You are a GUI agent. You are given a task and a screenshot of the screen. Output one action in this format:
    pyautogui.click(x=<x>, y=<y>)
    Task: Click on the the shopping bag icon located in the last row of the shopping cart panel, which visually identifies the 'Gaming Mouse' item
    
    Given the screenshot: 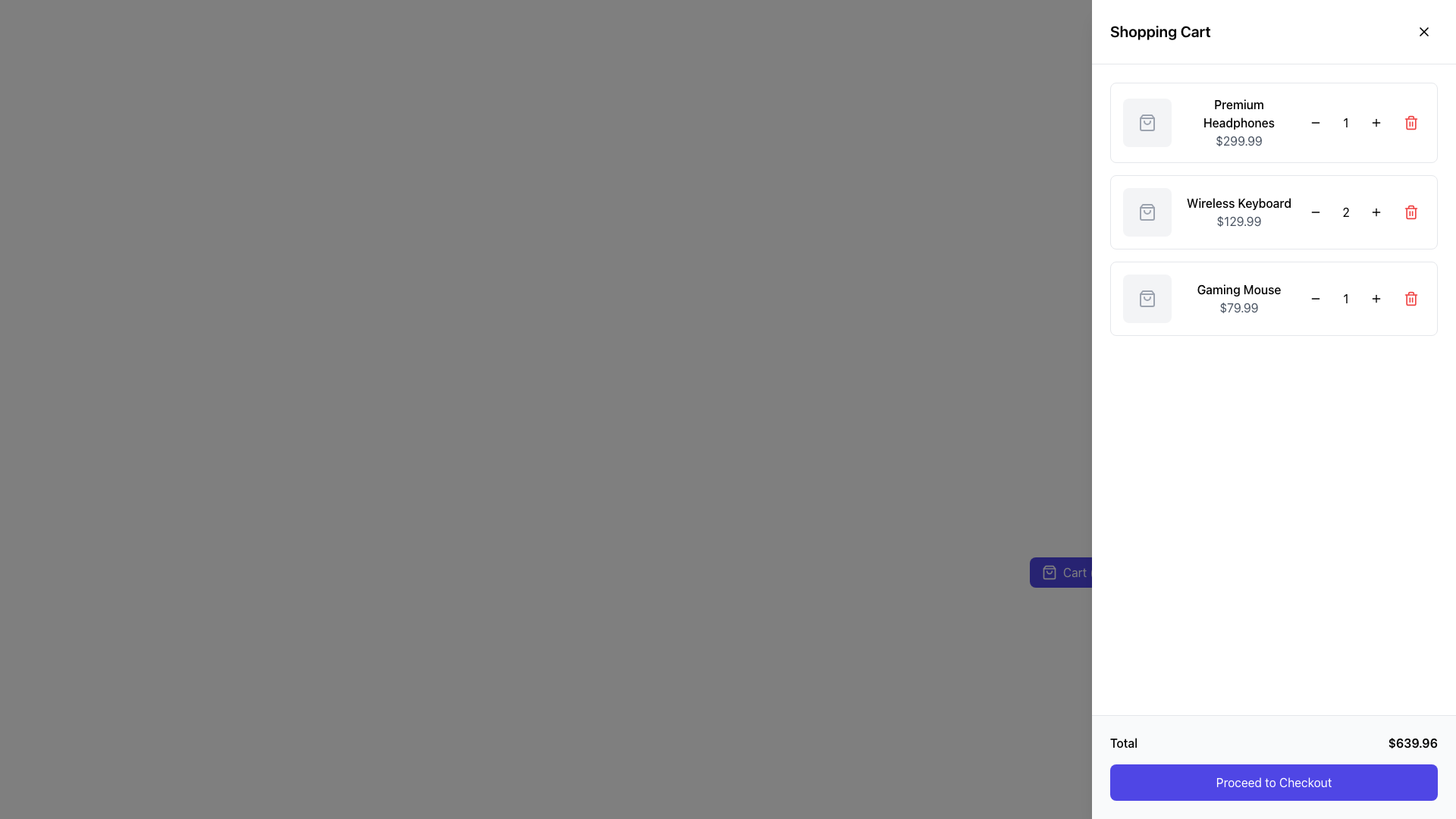 What is the action you would take?
    pyautogui.click(x=1147, y=298)
    